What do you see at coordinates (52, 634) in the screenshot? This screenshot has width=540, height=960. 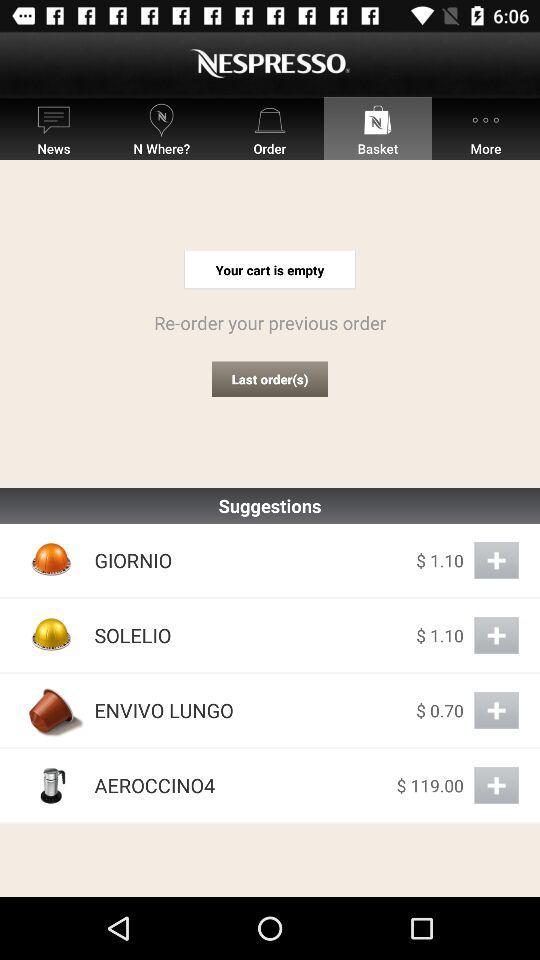 I see `the second icon below the suggestions` at bounding box center [52, 634].